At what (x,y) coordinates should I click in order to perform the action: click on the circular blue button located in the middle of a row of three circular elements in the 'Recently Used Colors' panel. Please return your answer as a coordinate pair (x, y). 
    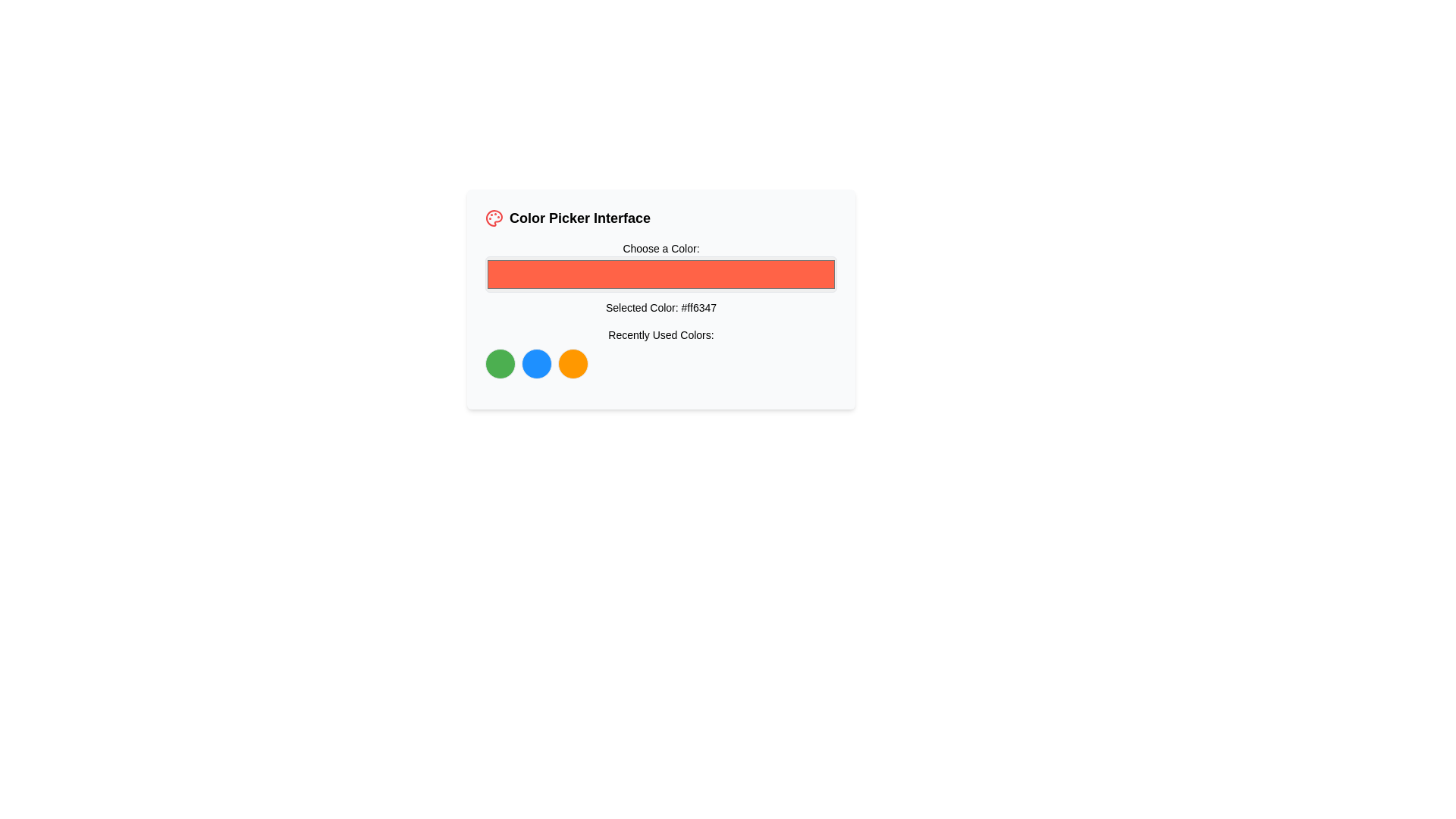
    Looking at the image, I should click on (537, 363).